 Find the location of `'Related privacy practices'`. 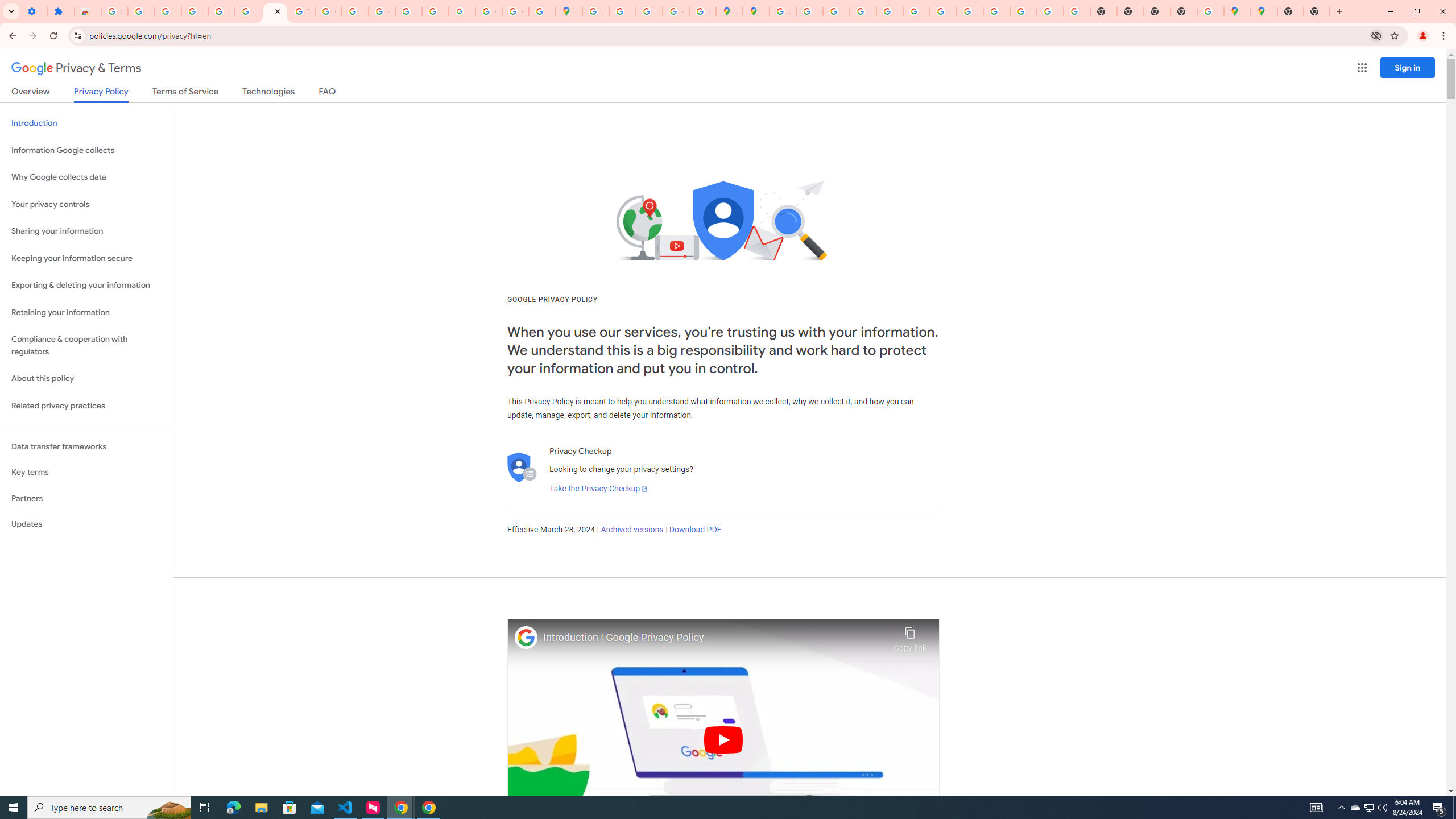

'Related privacy practices' is located at coordinates (86, 405).